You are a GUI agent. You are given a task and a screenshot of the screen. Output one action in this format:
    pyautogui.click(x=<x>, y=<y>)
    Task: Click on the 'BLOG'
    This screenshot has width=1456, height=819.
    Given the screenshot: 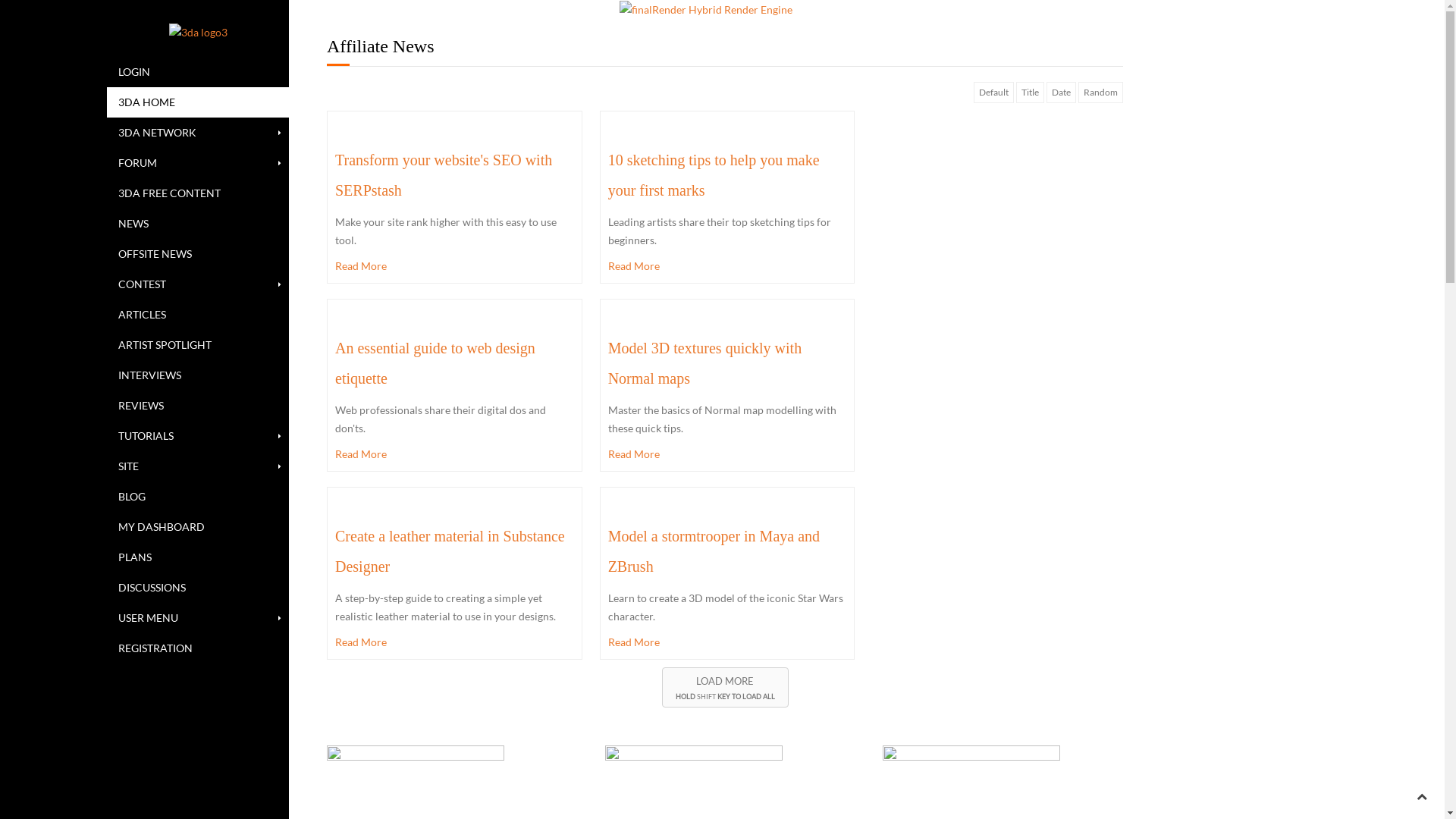 What is the action you would take?
    pyautogui.click(x=105, y=497)
    